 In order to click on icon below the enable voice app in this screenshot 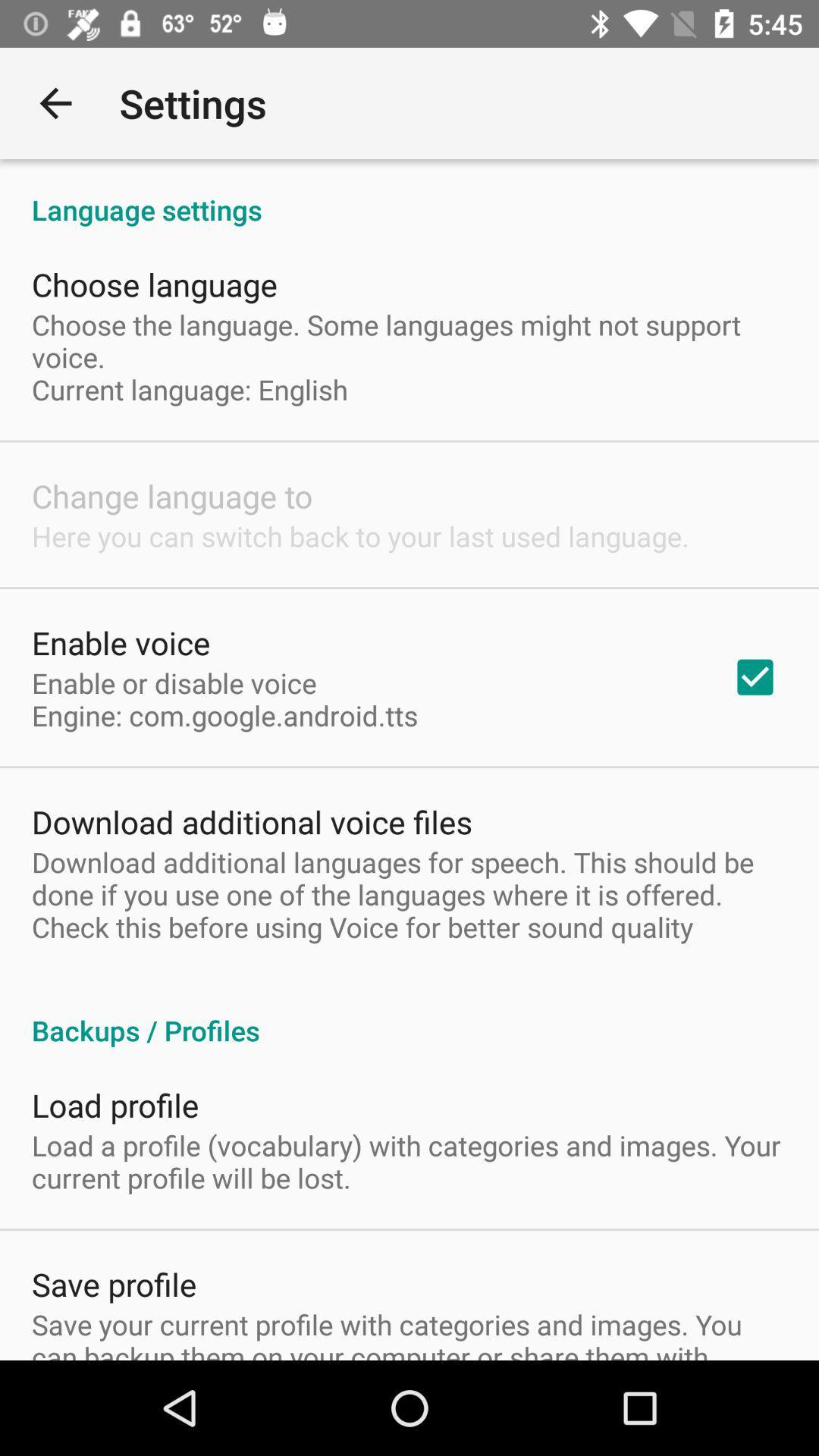, I will do `click(224, 698)`.